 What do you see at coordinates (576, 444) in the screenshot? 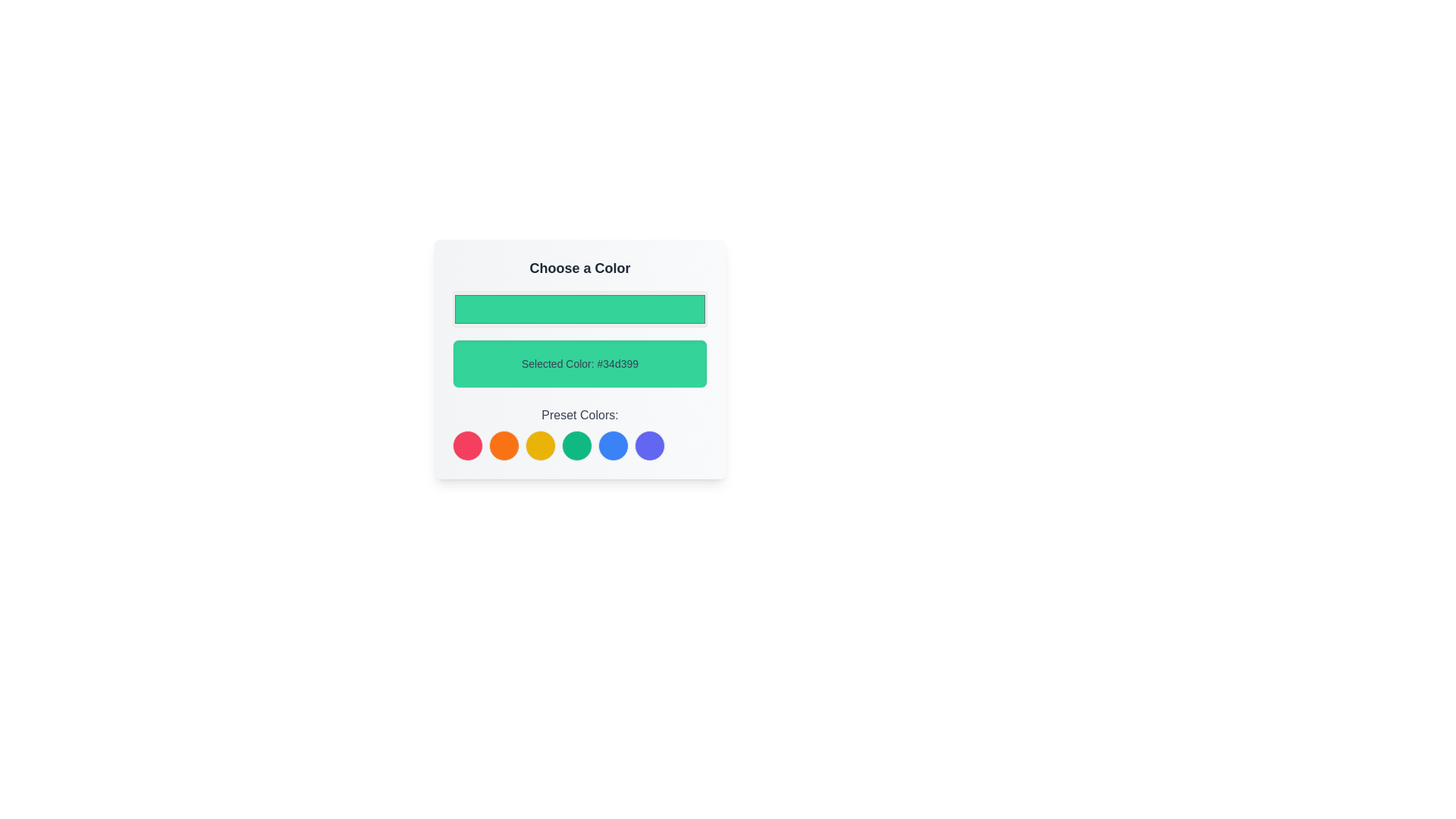
I see `the fourth circular button from the left in the horizontal arrangement` at bounding box center [576, 444].